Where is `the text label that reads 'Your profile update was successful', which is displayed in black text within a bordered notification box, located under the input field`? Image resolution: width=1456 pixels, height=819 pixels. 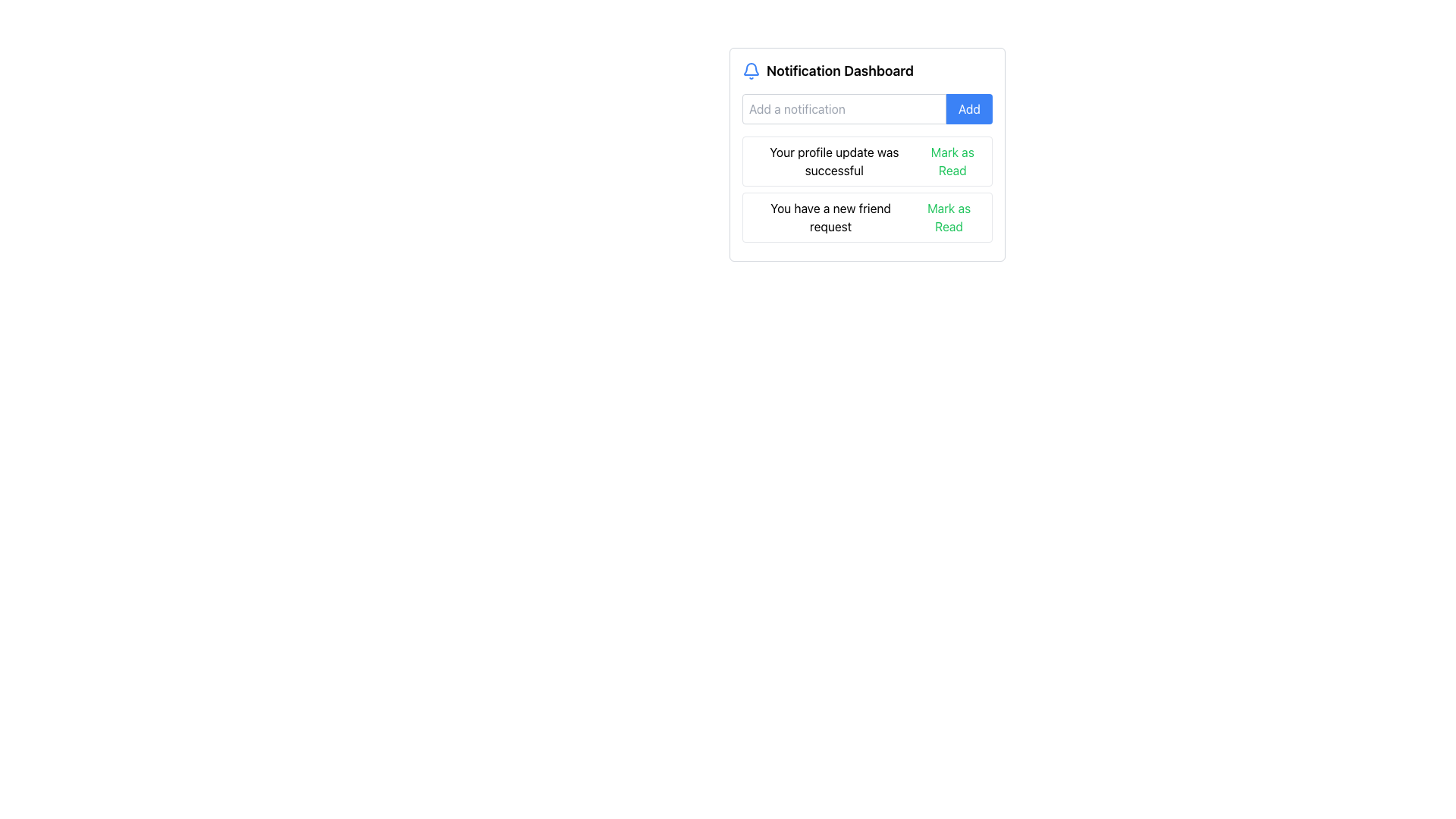 the text label that reads 'Your profile update was successful', which is displayed in black text within a bordered notification box, located under the input field is located at coordinates (833, 161).